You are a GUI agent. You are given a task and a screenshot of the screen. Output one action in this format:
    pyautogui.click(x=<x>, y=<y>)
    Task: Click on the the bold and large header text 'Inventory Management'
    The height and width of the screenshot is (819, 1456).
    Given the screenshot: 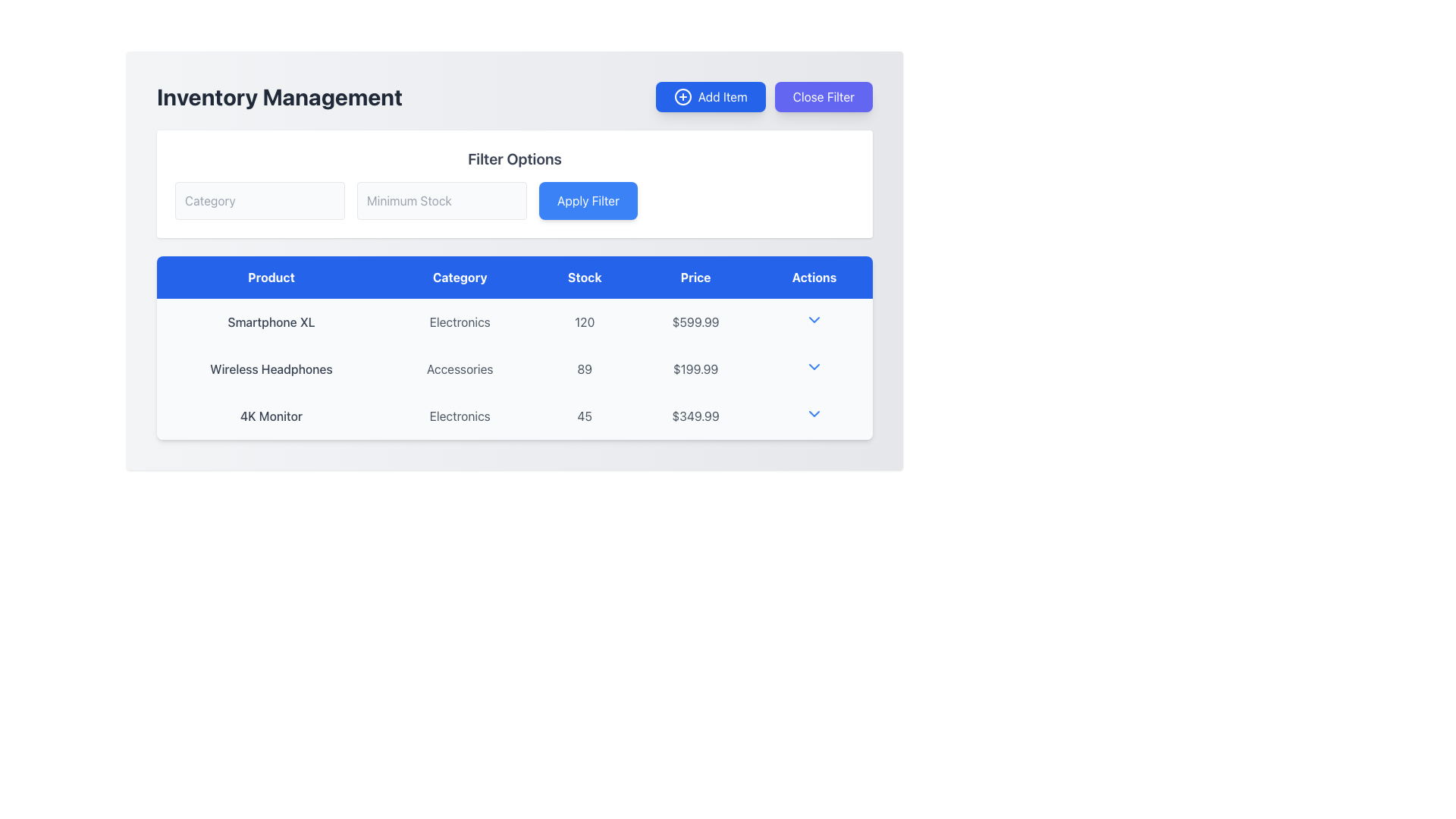 What is the action you would take?
    pyautogui.click(x=280, y=96)
    